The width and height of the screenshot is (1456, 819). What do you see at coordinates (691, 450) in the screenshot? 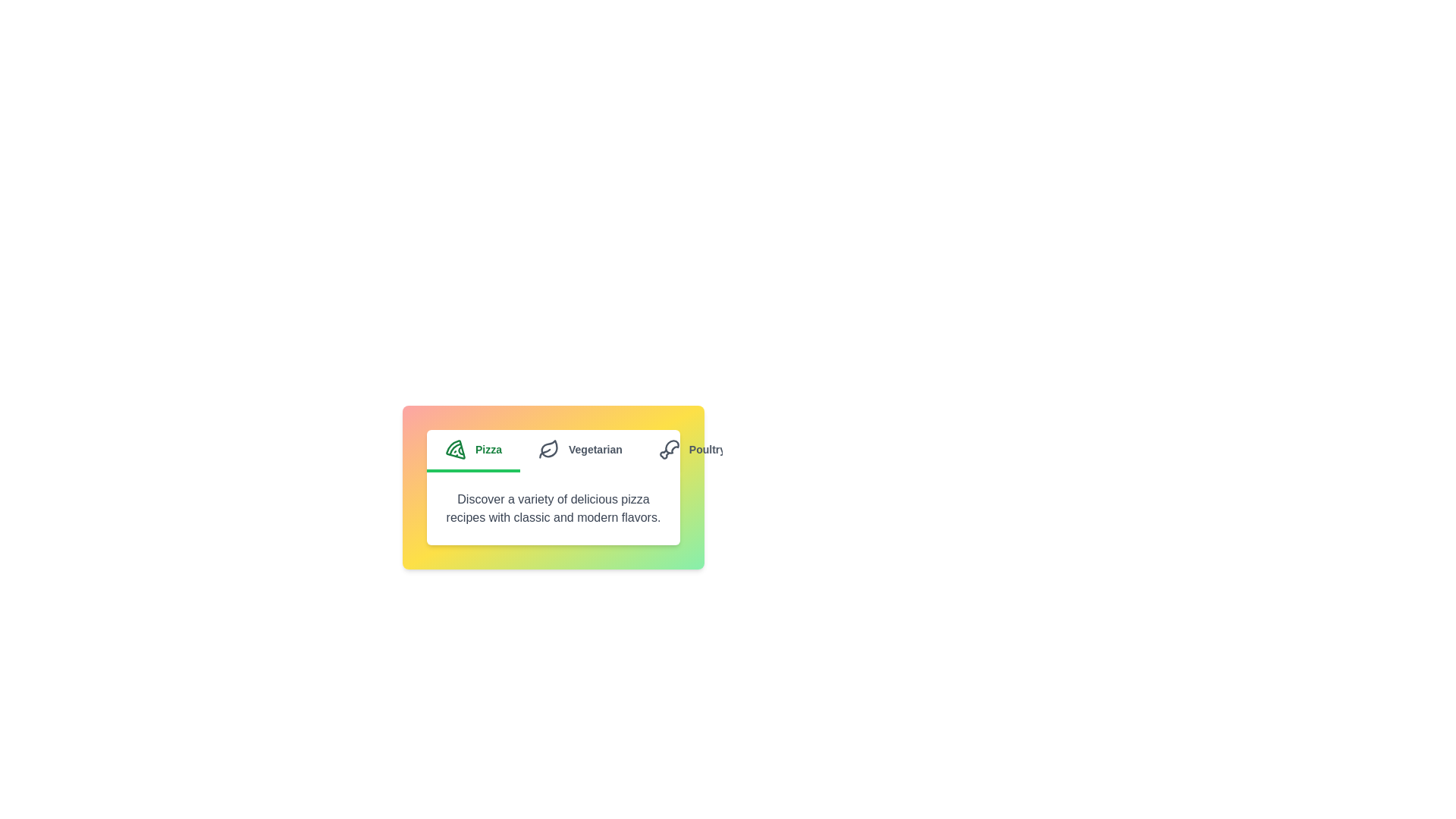
I see `the tab labeled Poultry` at bounding box center [691, 450].